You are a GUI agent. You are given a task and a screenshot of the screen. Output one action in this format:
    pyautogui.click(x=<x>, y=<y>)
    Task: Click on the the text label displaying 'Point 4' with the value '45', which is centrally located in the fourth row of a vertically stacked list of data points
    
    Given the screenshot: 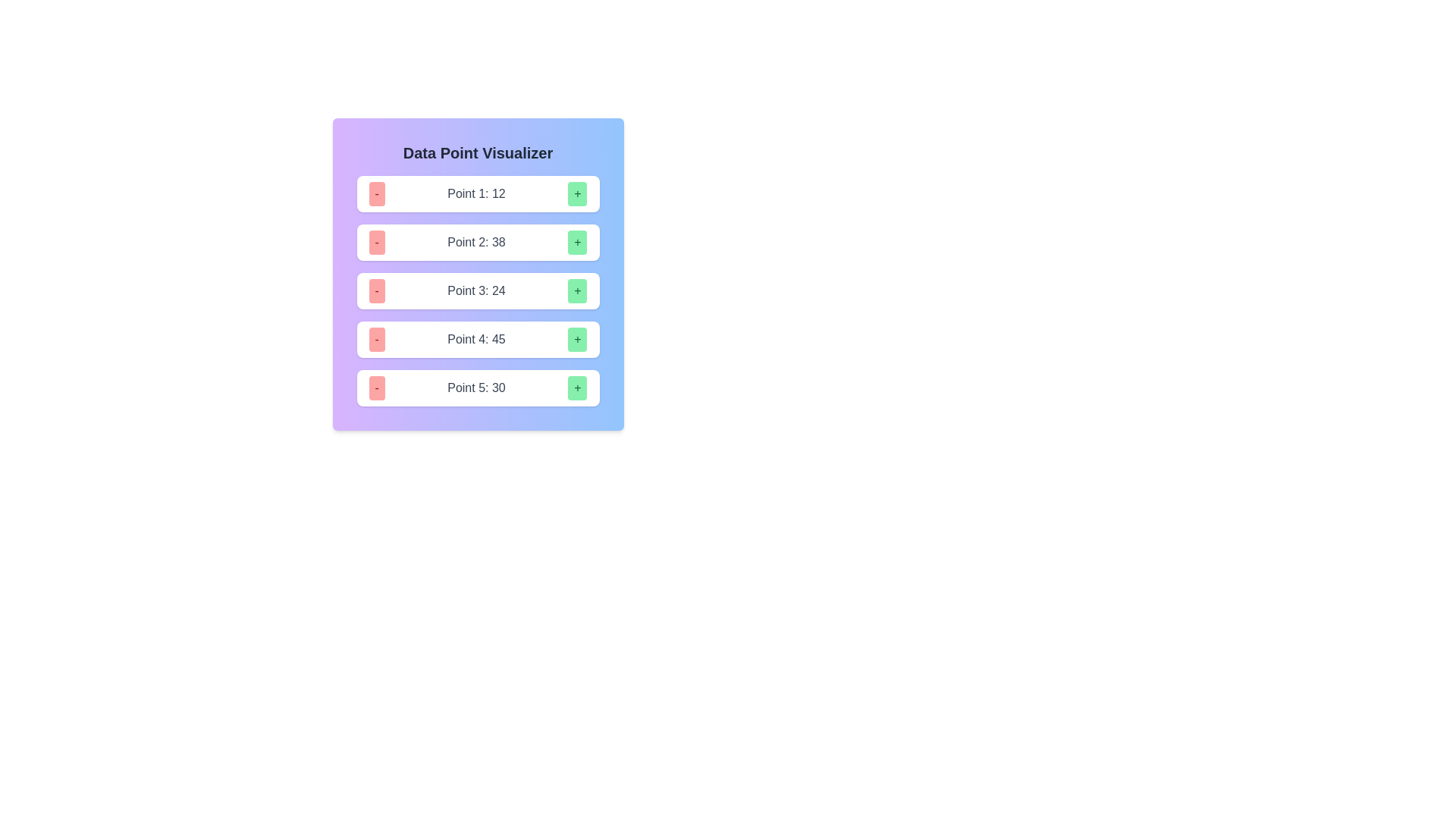 What is the action you would take?
    pyautogui.click(x=475, y=338)
    